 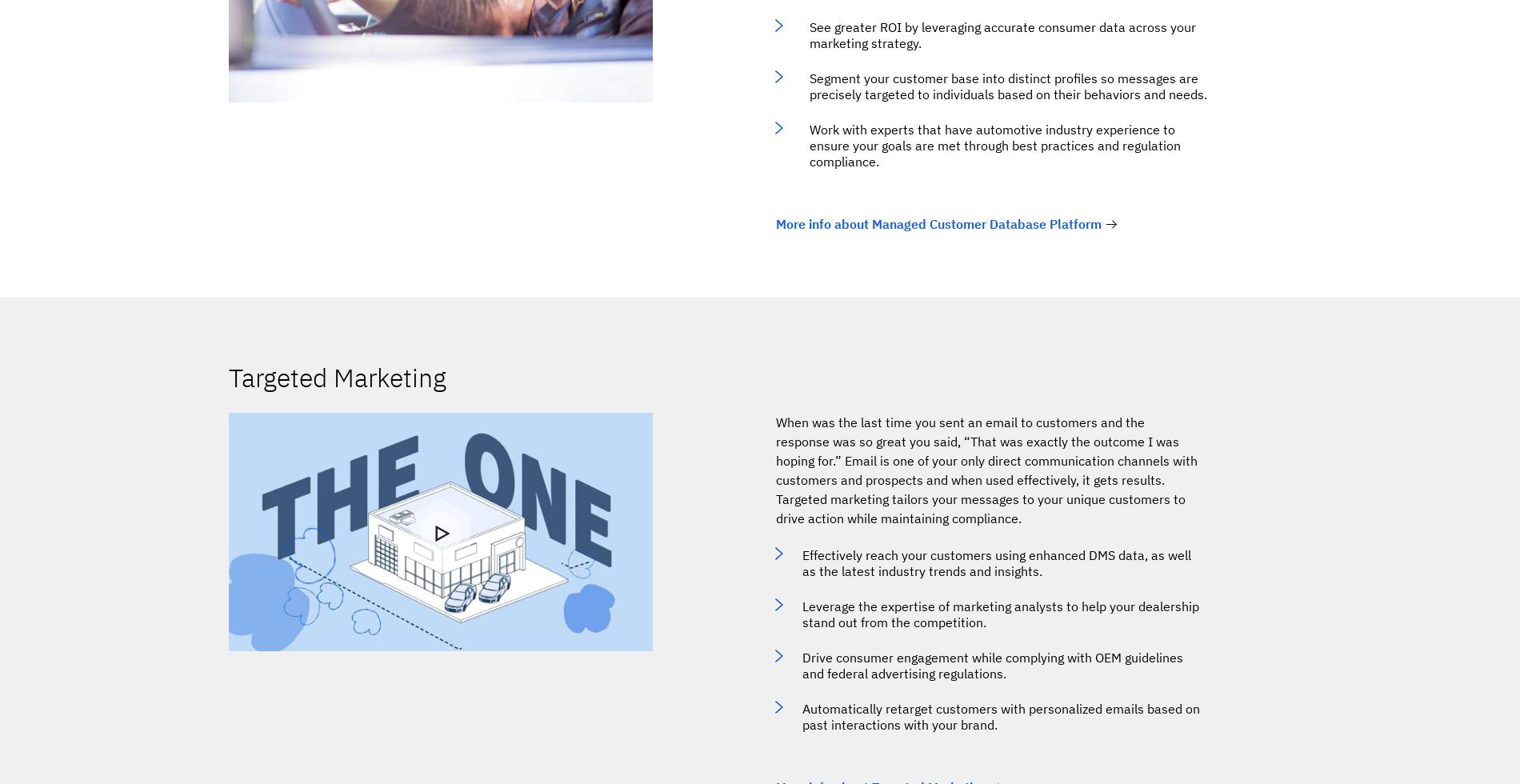 What do you see at coordinates (996, 563) in the screenshot?
I see `'Effectively reach your customers using enhanced DMS data, as well as the latest industry trends and insights.'` at bounding box center [996, 563].